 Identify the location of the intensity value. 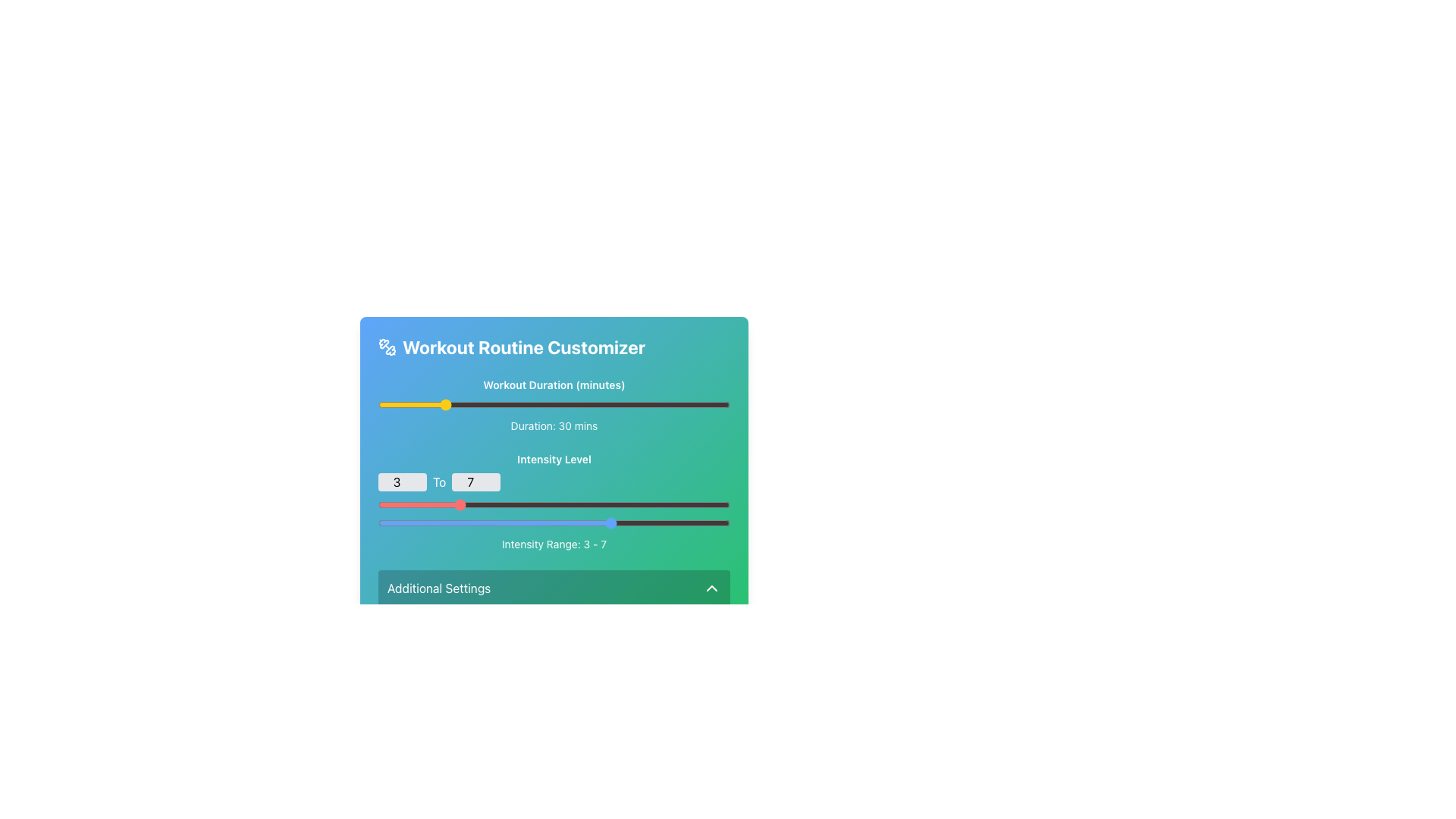
(456, 522).